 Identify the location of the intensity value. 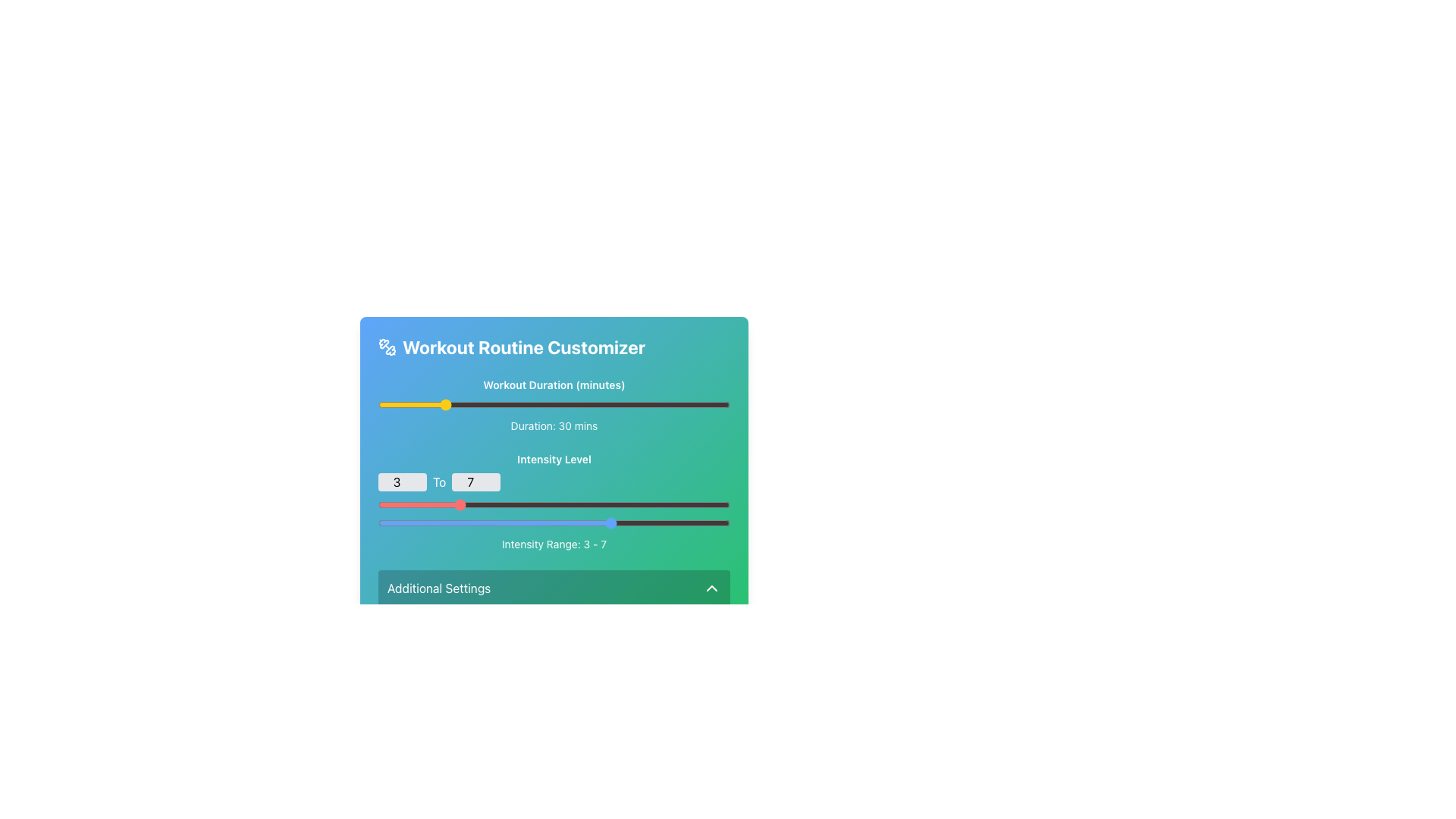
(456, 522).